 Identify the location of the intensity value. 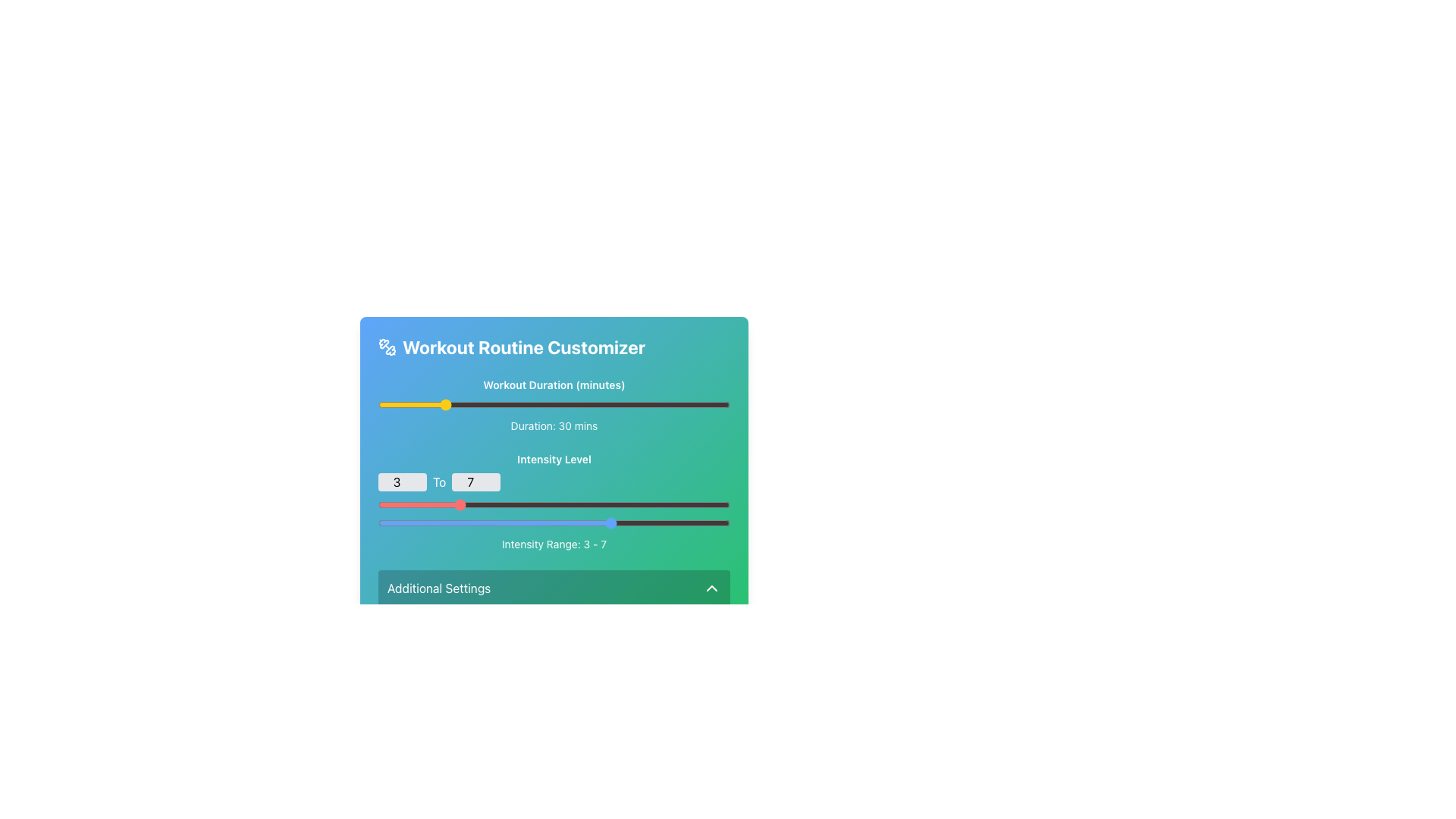
(456, 522).